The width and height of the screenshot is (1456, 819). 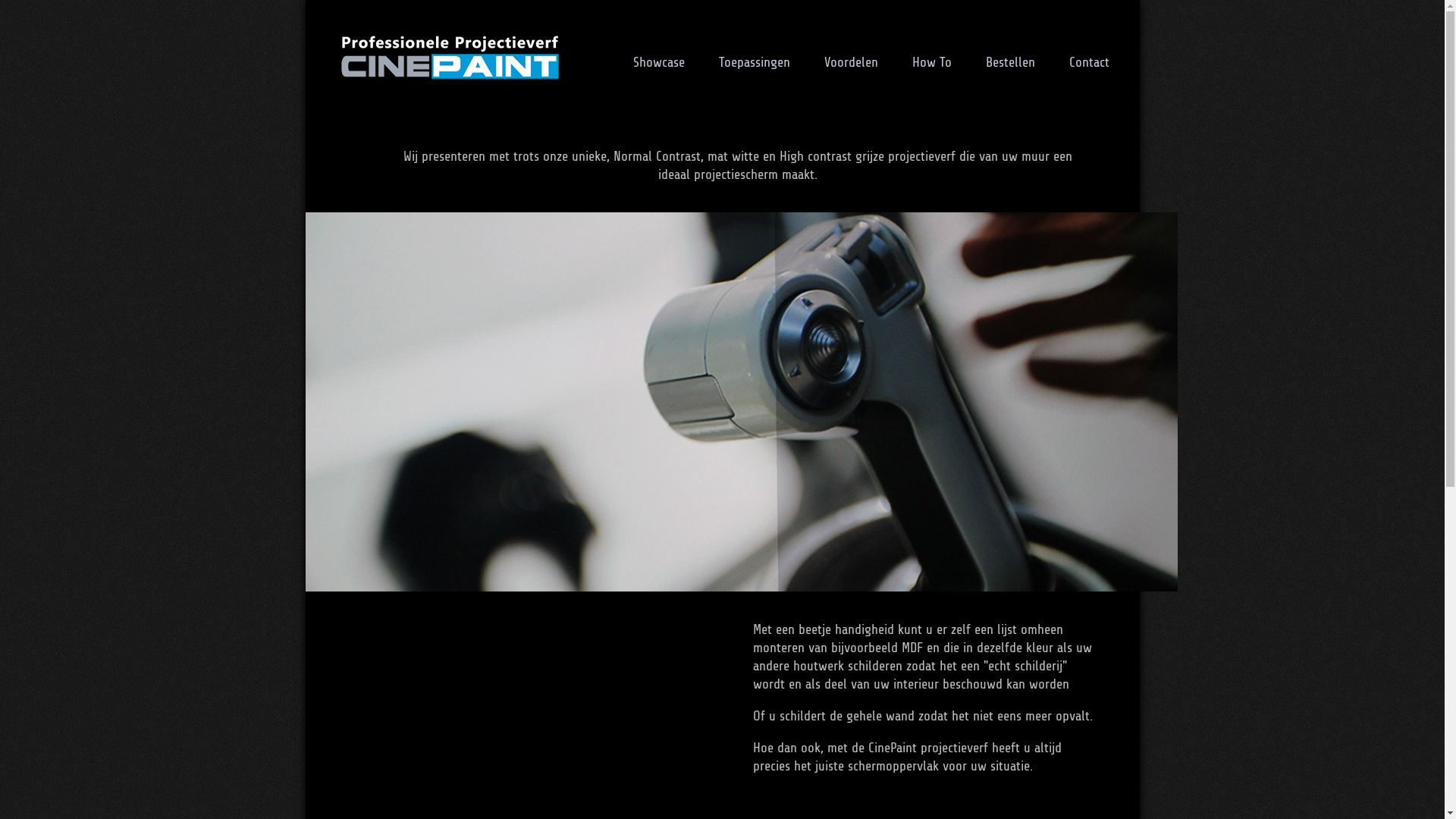 What do you see at coordinates (617, 61) in the screenshot?
I see `'Showcase'` at bounding box center [617, 61].